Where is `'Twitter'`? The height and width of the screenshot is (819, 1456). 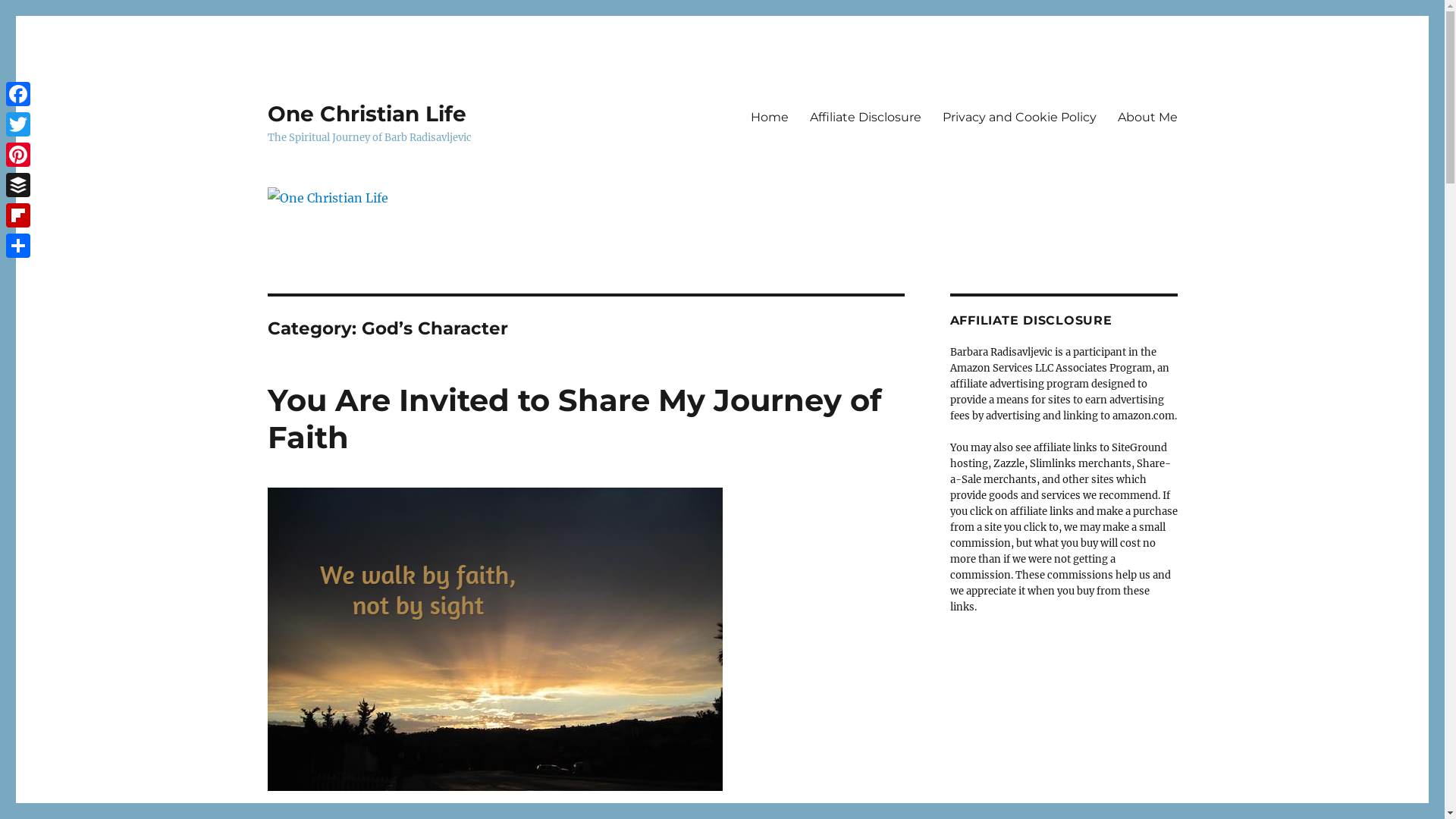 'Twitter' is located at coordinates (18, 124).